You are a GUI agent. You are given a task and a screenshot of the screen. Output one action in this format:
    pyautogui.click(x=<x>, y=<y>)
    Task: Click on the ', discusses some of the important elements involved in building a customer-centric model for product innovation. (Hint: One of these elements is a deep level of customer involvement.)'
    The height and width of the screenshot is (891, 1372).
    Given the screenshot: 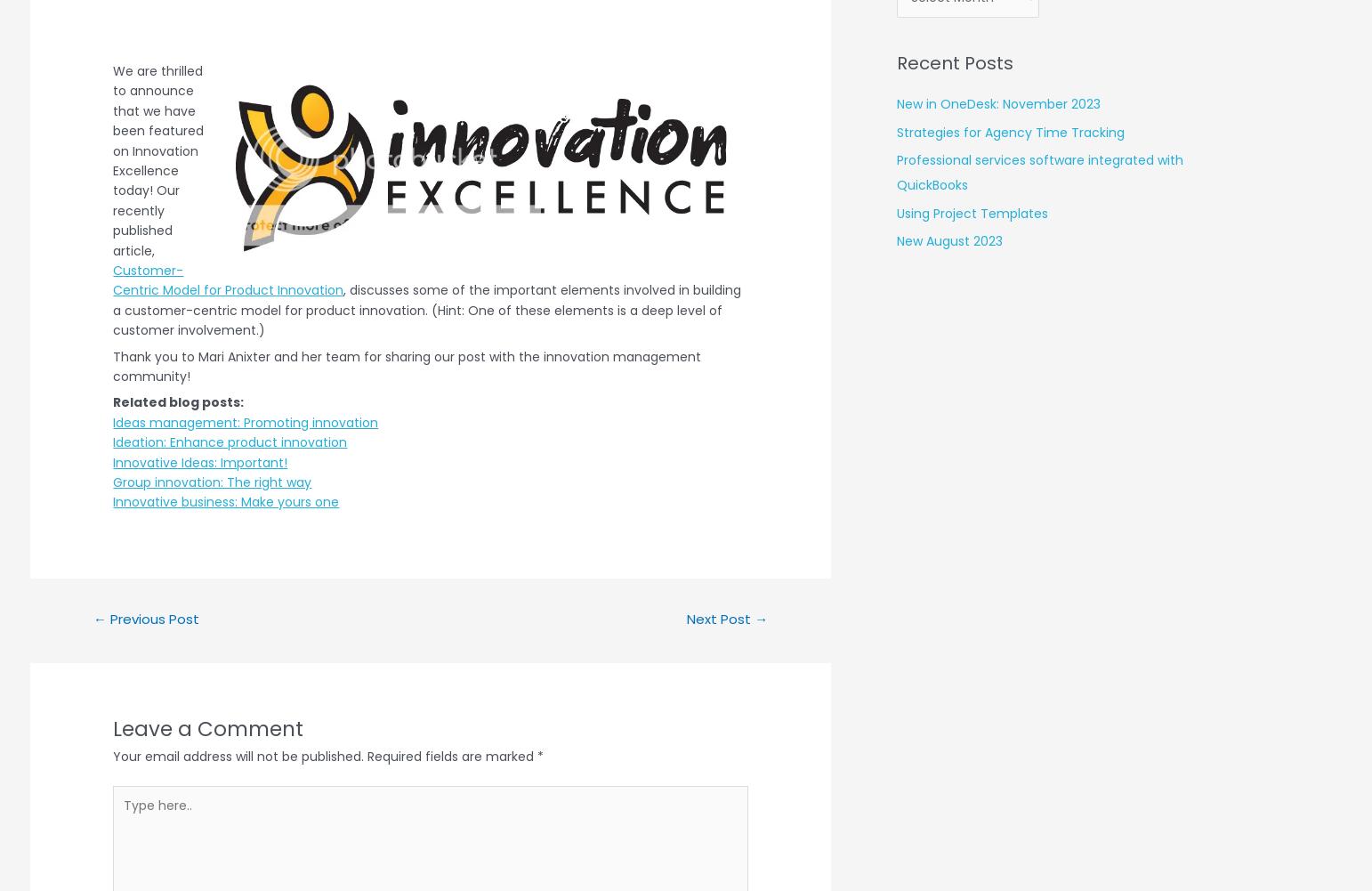 What is the action you would take?
    pyautogui.click(x=427, y=310)
    